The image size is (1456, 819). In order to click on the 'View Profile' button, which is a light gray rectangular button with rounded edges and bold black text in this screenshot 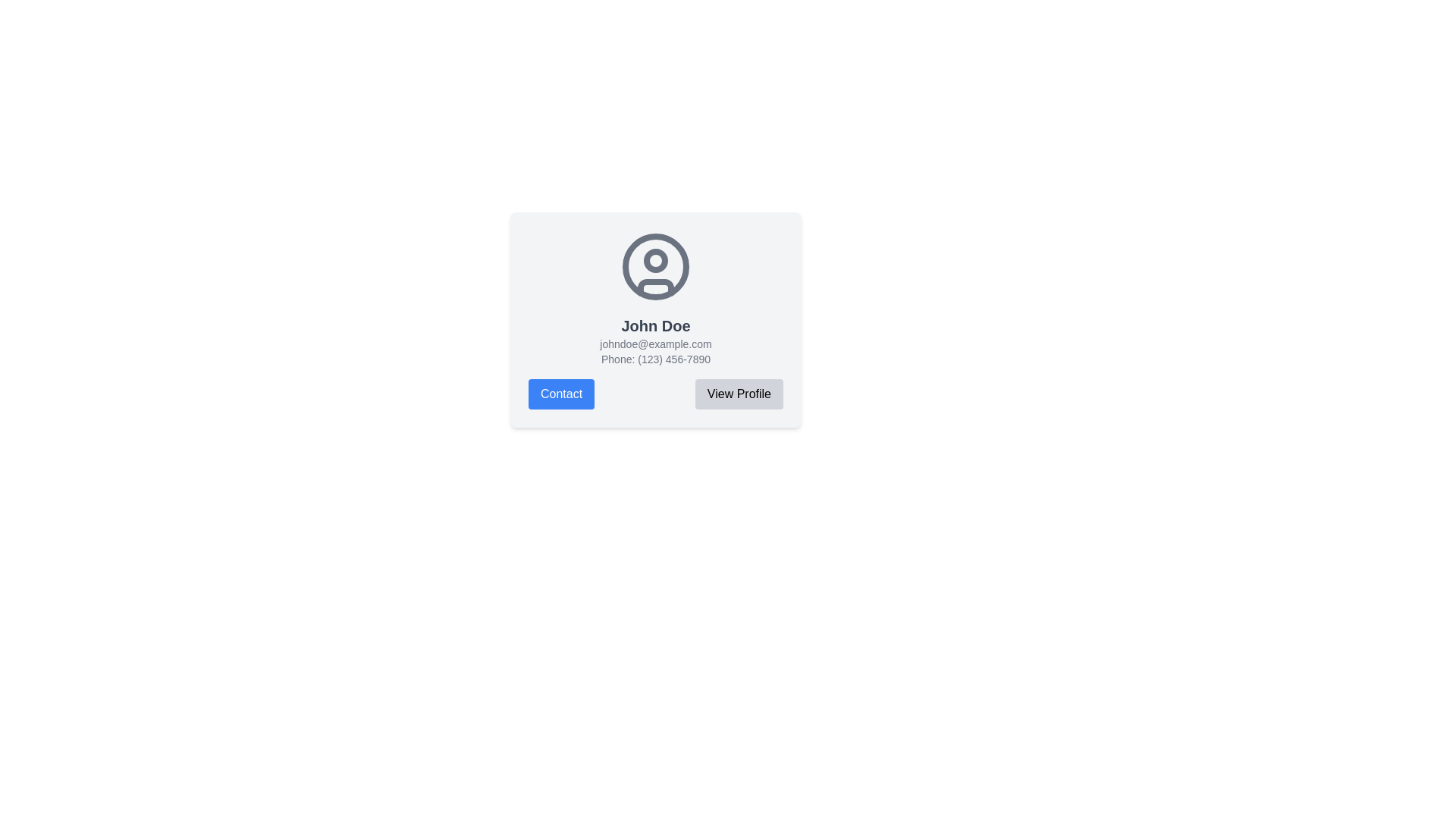, I will do `click(739, 394)`.